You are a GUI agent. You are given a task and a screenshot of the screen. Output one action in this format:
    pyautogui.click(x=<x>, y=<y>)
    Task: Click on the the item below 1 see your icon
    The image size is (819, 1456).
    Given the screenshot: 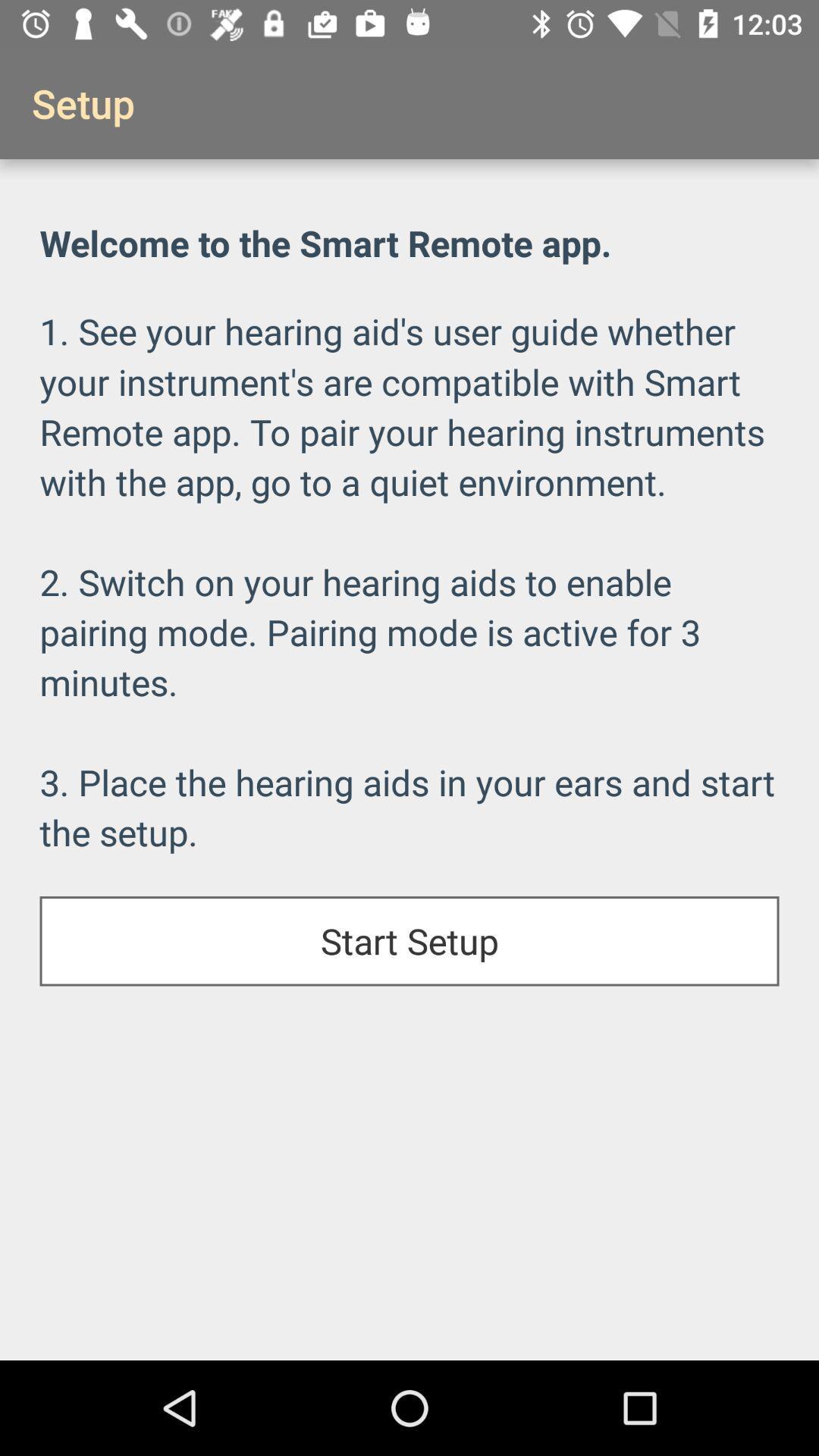 What is the action you would take?
    pyautogui.click(x=409, y=940)
    